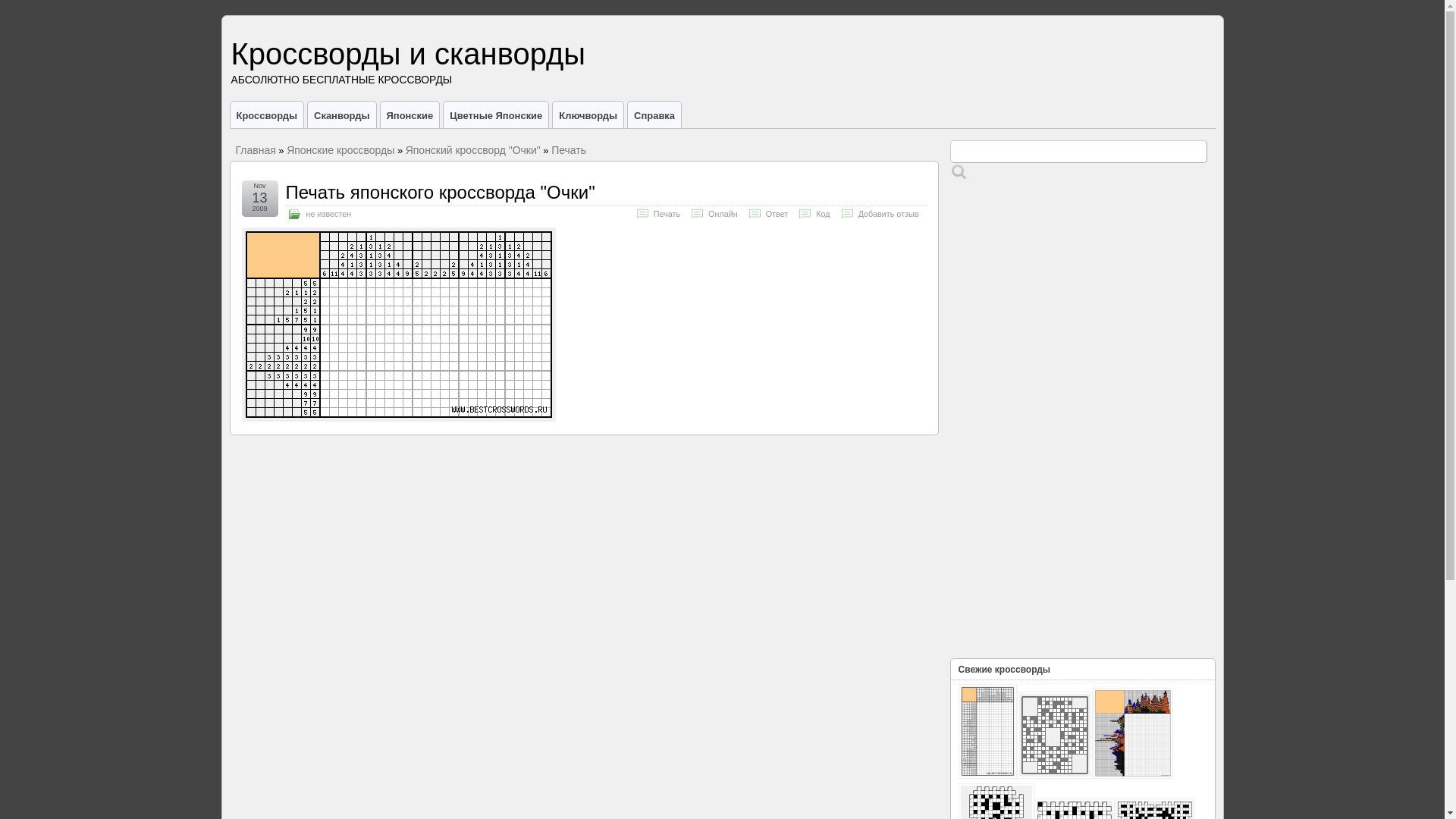 The image size is (1456, 819). What do you see at coordinates (1117, 113) in the screenshot?
I see `'Facebook'` at bounding box center [1117, 113].